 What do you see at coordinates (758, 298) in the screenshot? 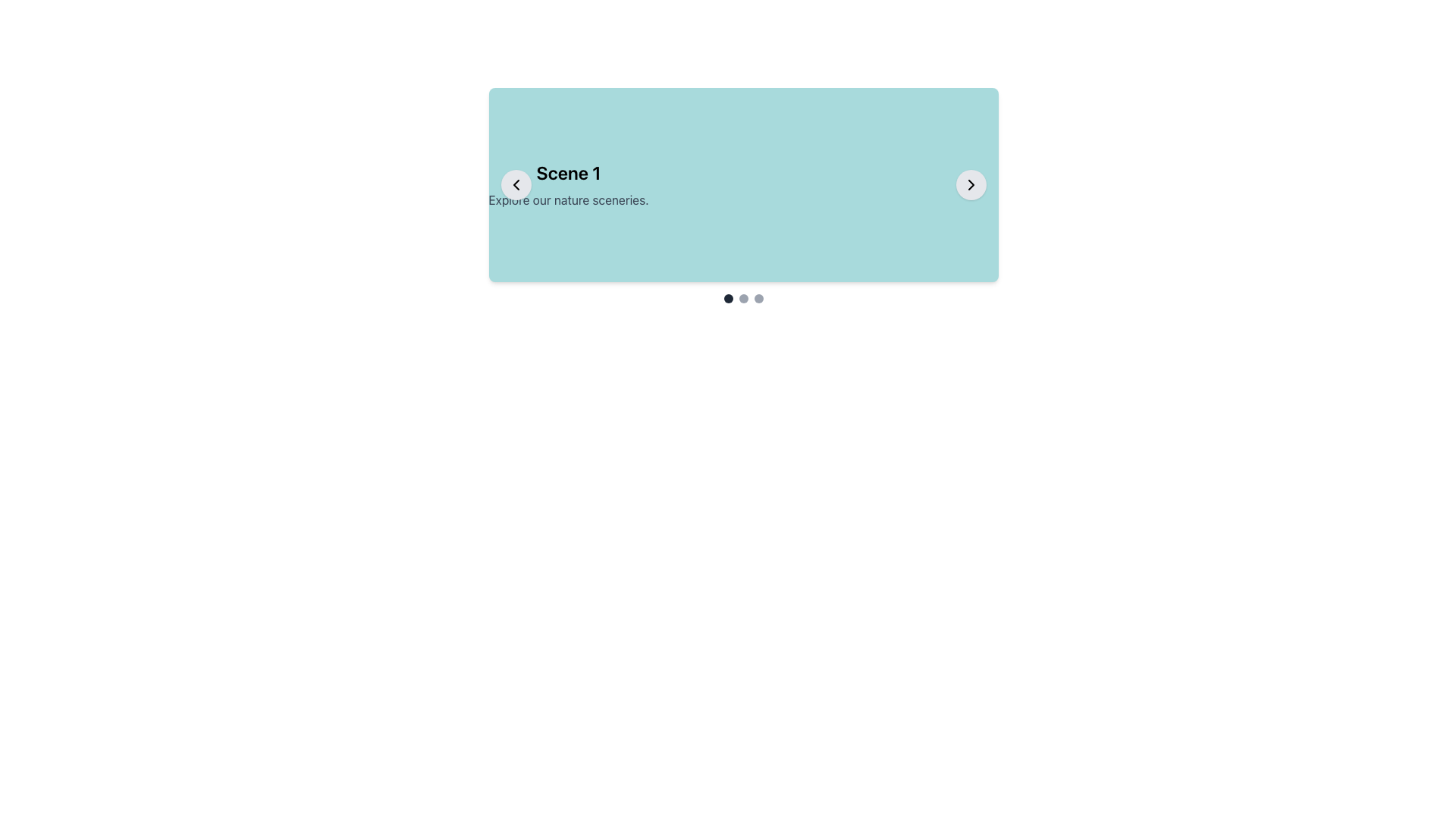
I see `the third navigation indicator dot, which is aligned horizontally below a light blue rectangular area containing text` at bounding box center [758, 298].